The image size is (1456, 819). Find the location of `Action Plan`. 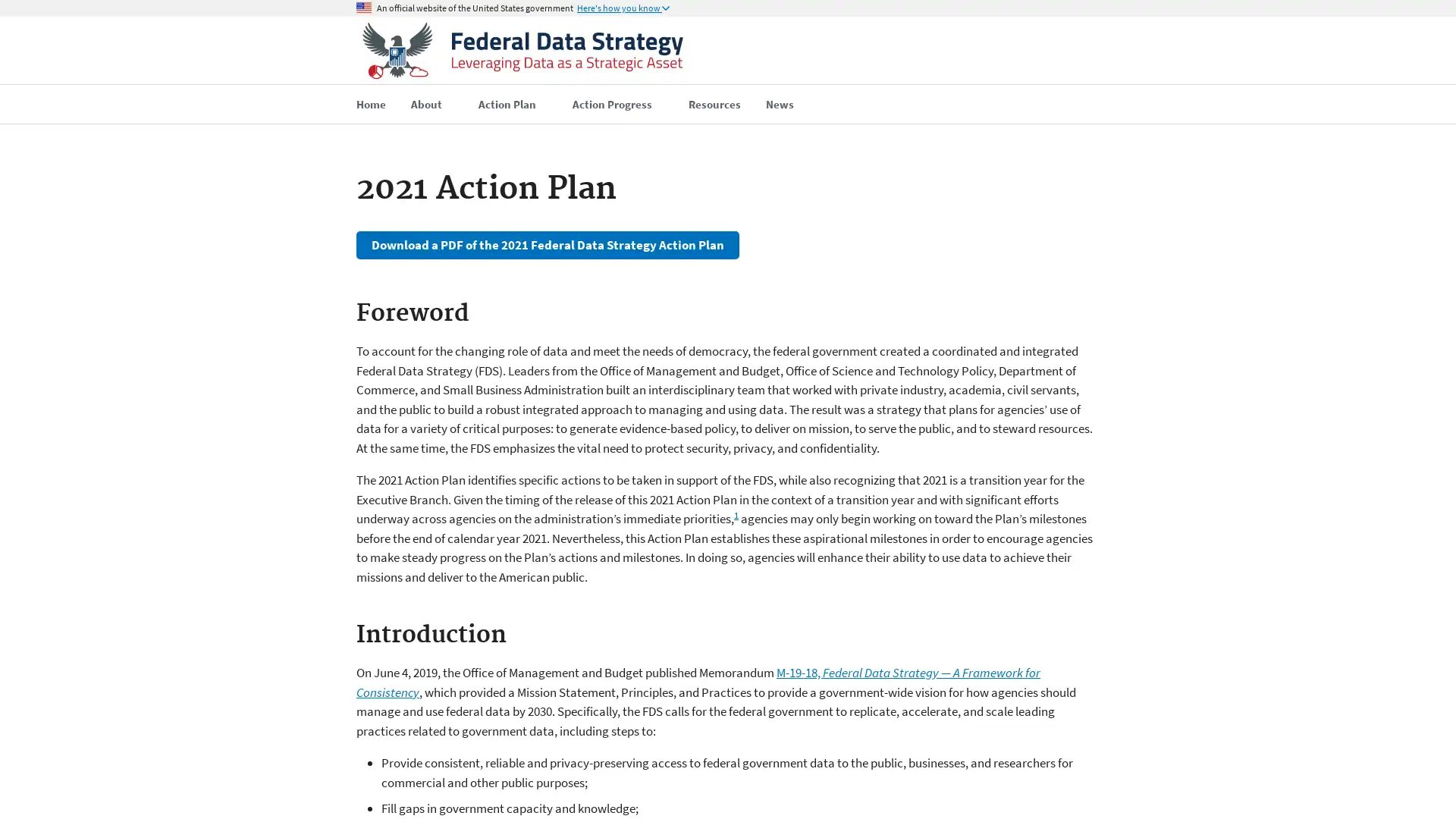

Action Plan is located at coordinates (513, 103).